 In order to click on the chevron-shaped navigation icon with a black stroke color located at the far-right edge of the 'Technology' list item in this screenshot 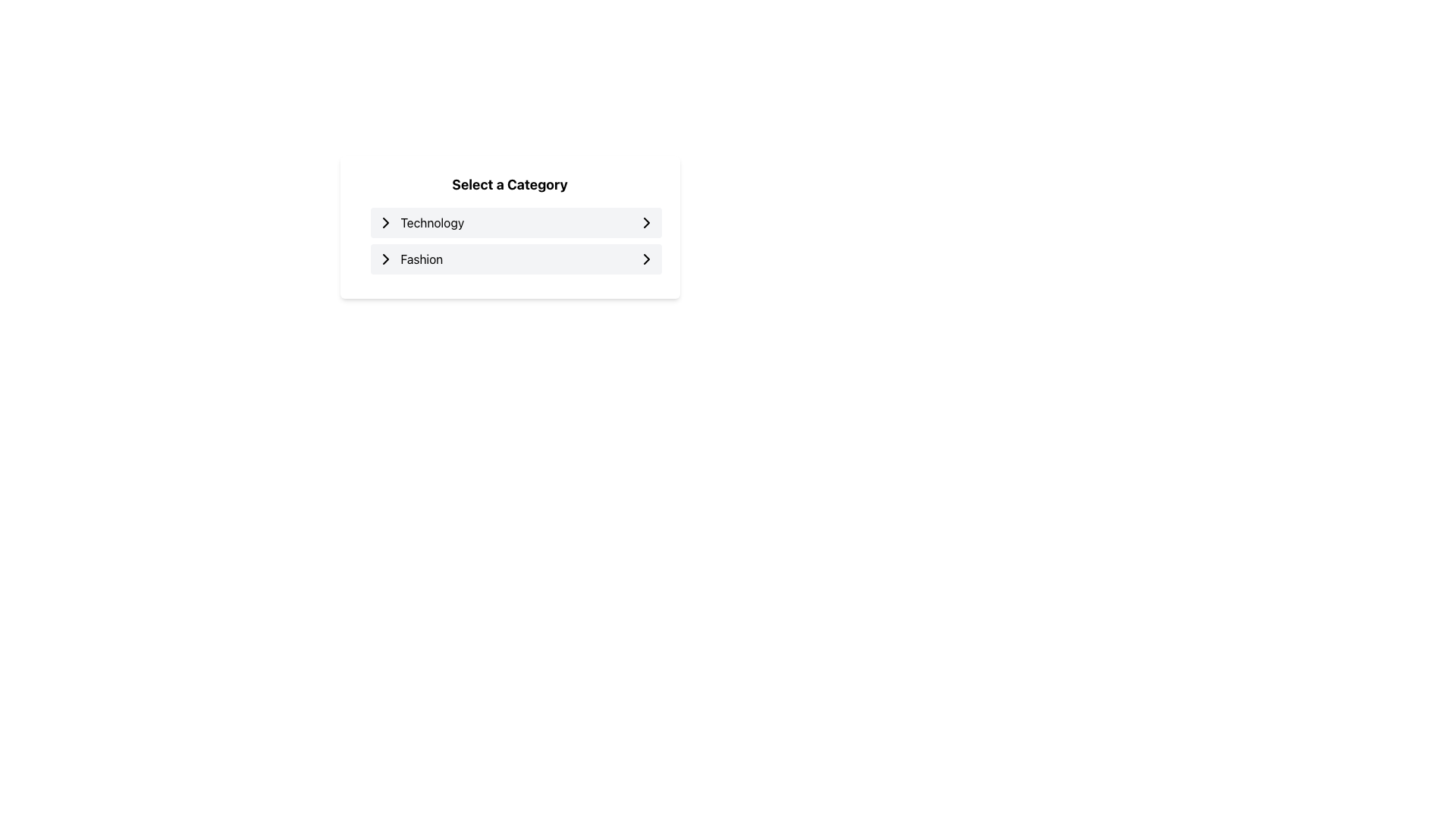, I will do `click(646, 222)`.